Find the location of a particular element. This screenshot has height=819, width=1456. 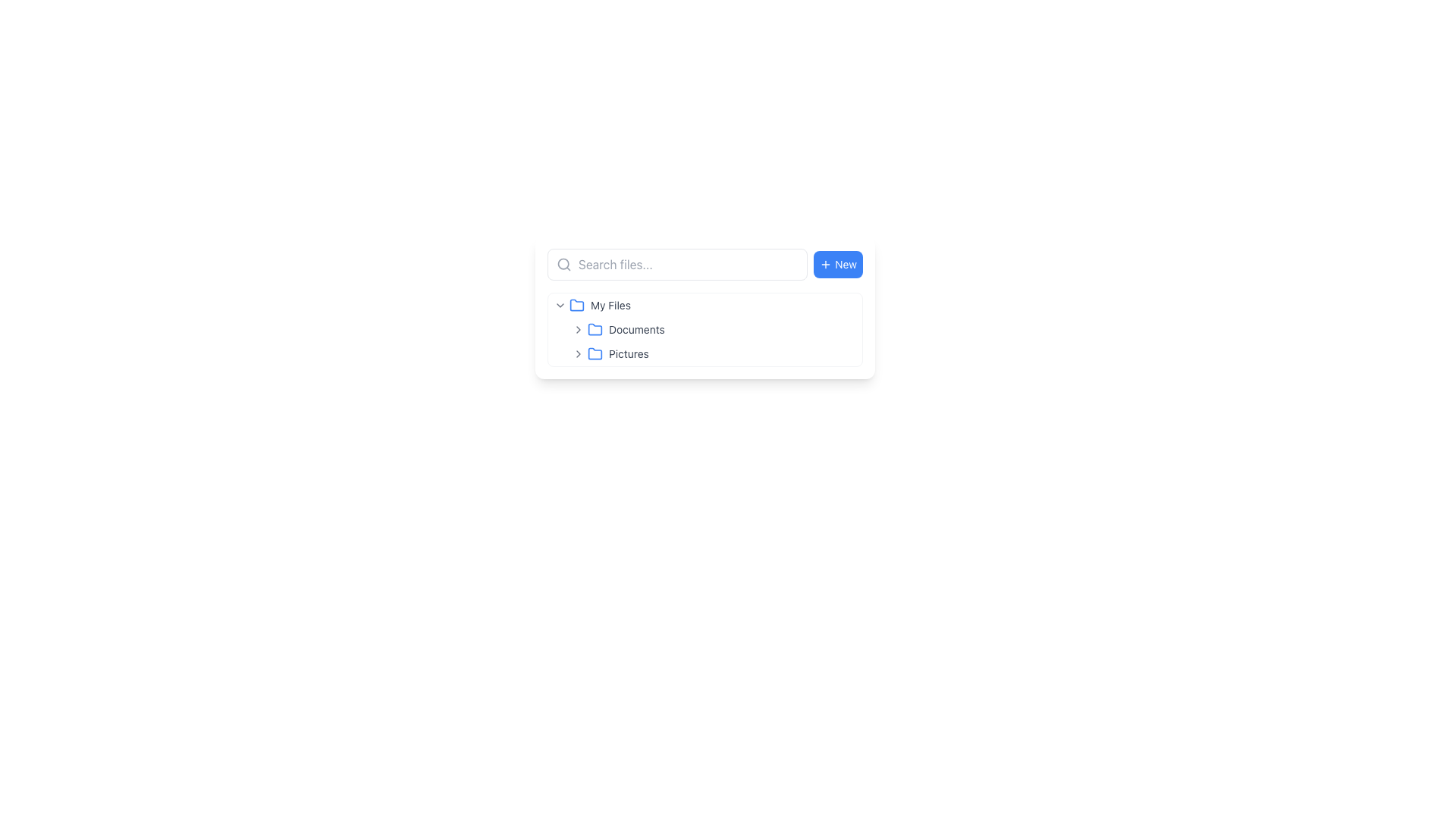

the small downward-facing chevron icon, positioned to the left of the label 'My Files' is located at coordinates (560, 305).